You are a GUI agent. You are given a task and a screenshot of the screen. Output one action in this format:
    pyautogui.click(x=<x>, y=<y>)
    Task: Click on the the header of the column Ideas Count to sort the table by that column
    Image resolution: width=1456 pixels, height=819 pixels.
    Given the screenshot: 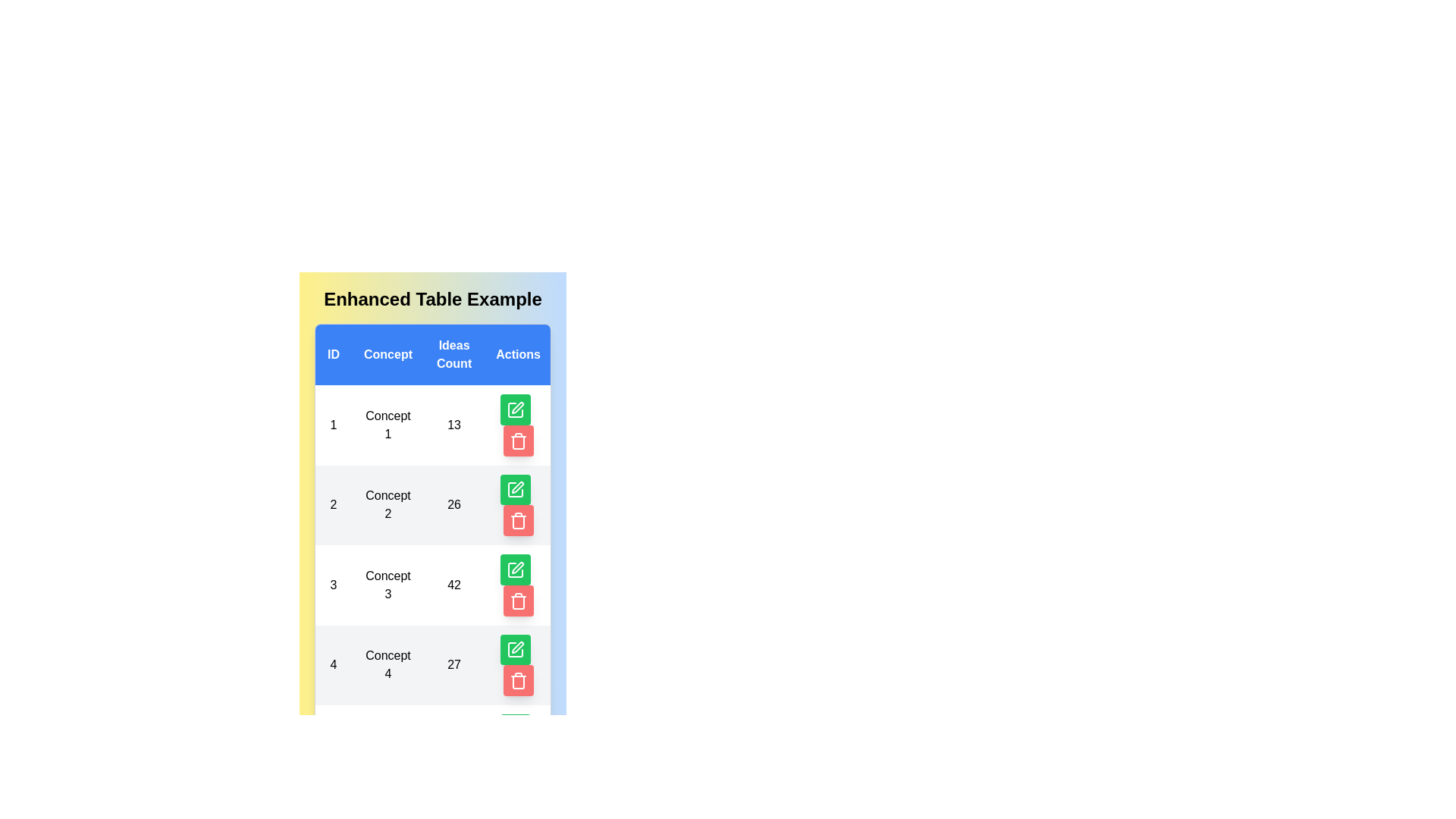 What is the action you would take?
    pyautogui.click(x=453, y=354)
    